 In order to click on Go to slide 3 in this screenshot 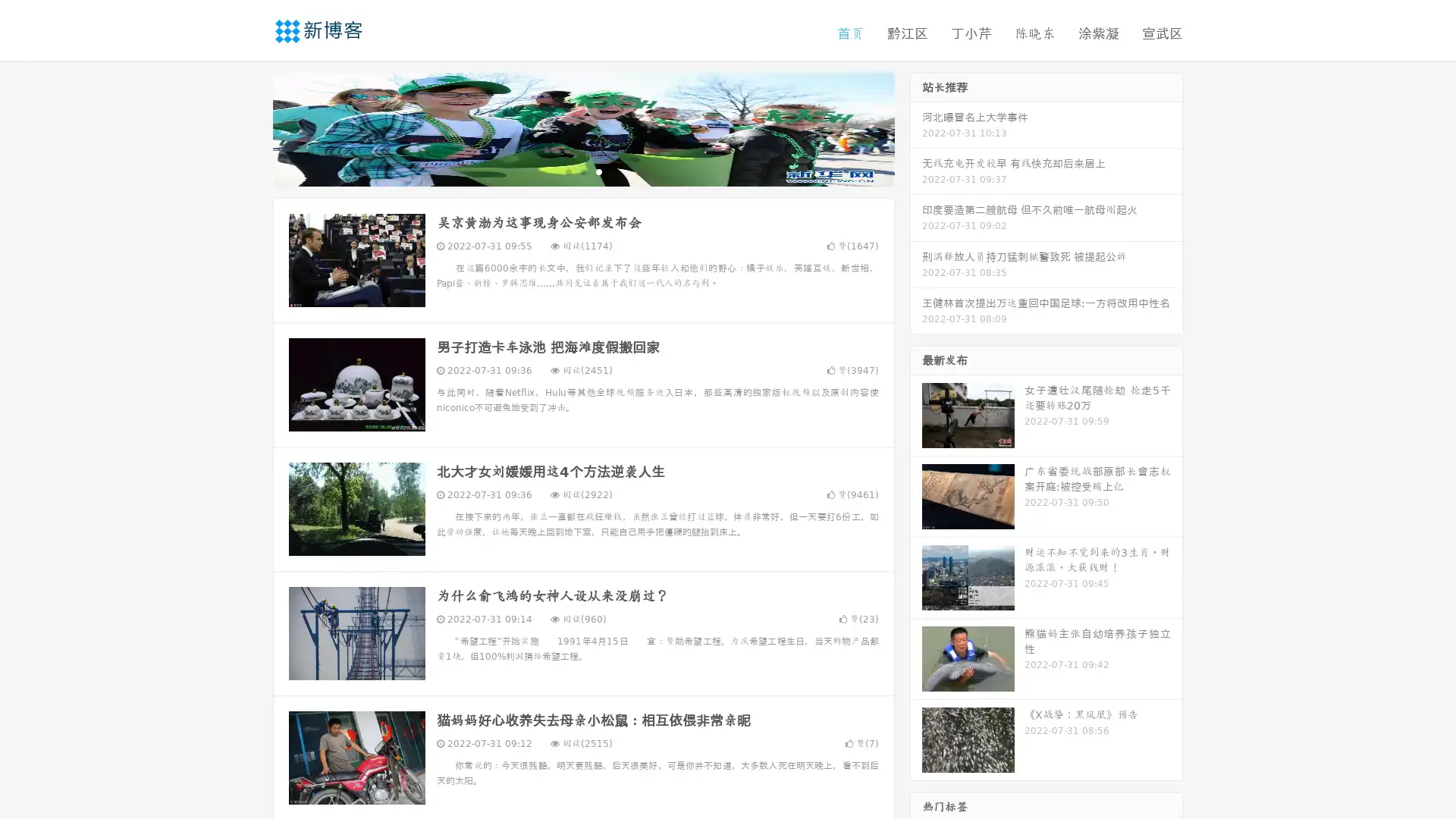, I will do `click(598, 171)`.